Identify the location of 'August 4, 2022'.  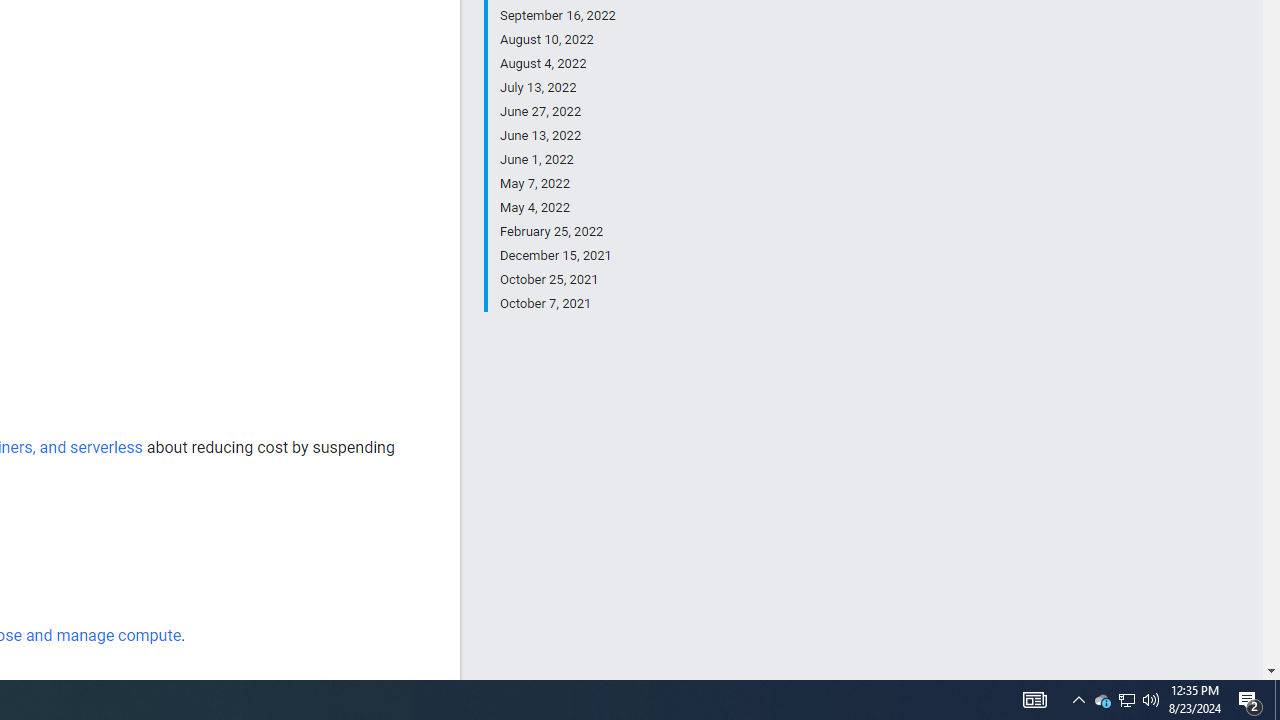
(557, 63).